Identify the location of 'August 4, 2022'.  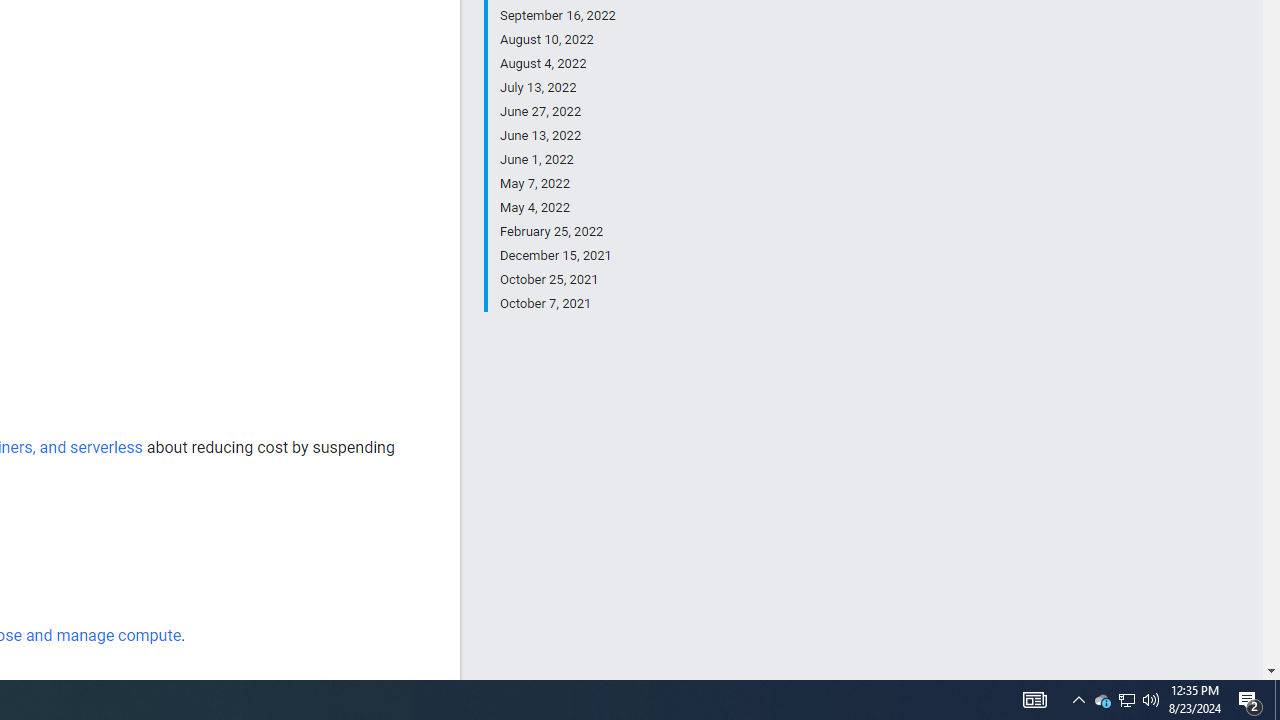
(557, 63).